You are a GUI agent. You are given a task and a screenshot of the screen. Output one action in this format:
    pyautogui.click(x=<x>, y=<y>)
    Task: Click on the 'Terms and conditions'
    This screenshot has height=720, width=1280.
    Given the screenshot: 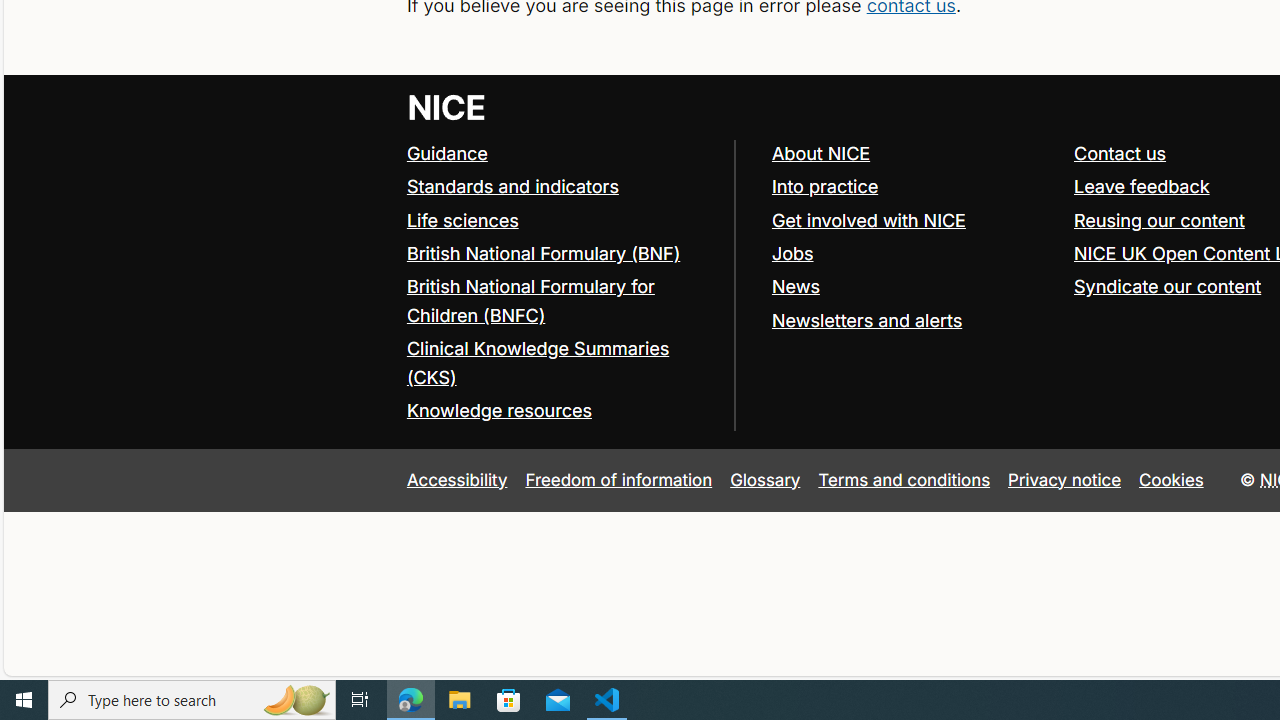 What is the action you would take?
    pyautogui.click(x=903, y=479)
    